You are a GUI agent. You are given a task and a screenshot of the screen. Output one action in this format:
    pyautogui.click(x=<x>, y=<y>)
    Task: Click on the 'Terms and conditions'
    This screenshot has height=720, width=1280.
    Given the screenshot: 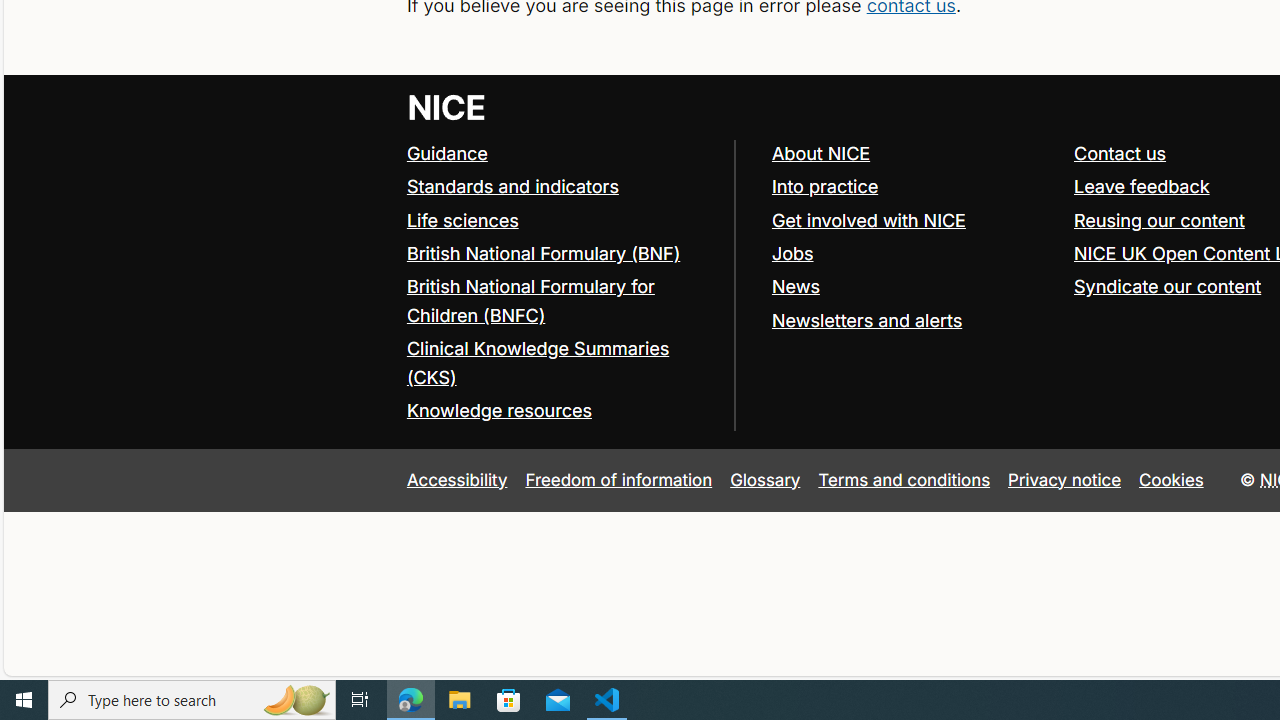 What is the action you would take?
    pyautogui.click(x=903, y=479)
    